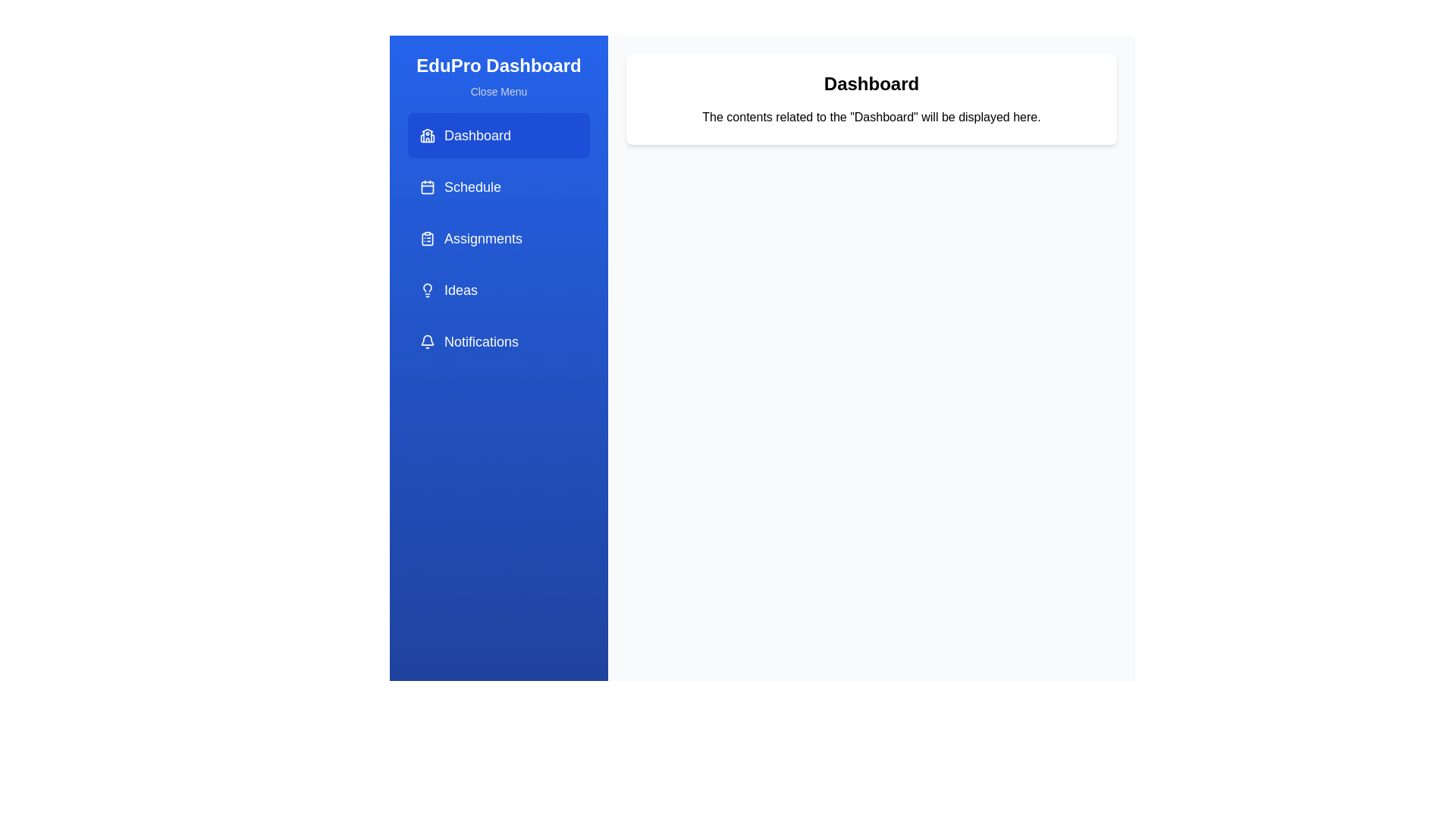  What do you see at coordinates (498, 342) in the screenshot?
I see `the Notifications section by clicking on its corresponding sidebar item` at bounding box center [498, 342].